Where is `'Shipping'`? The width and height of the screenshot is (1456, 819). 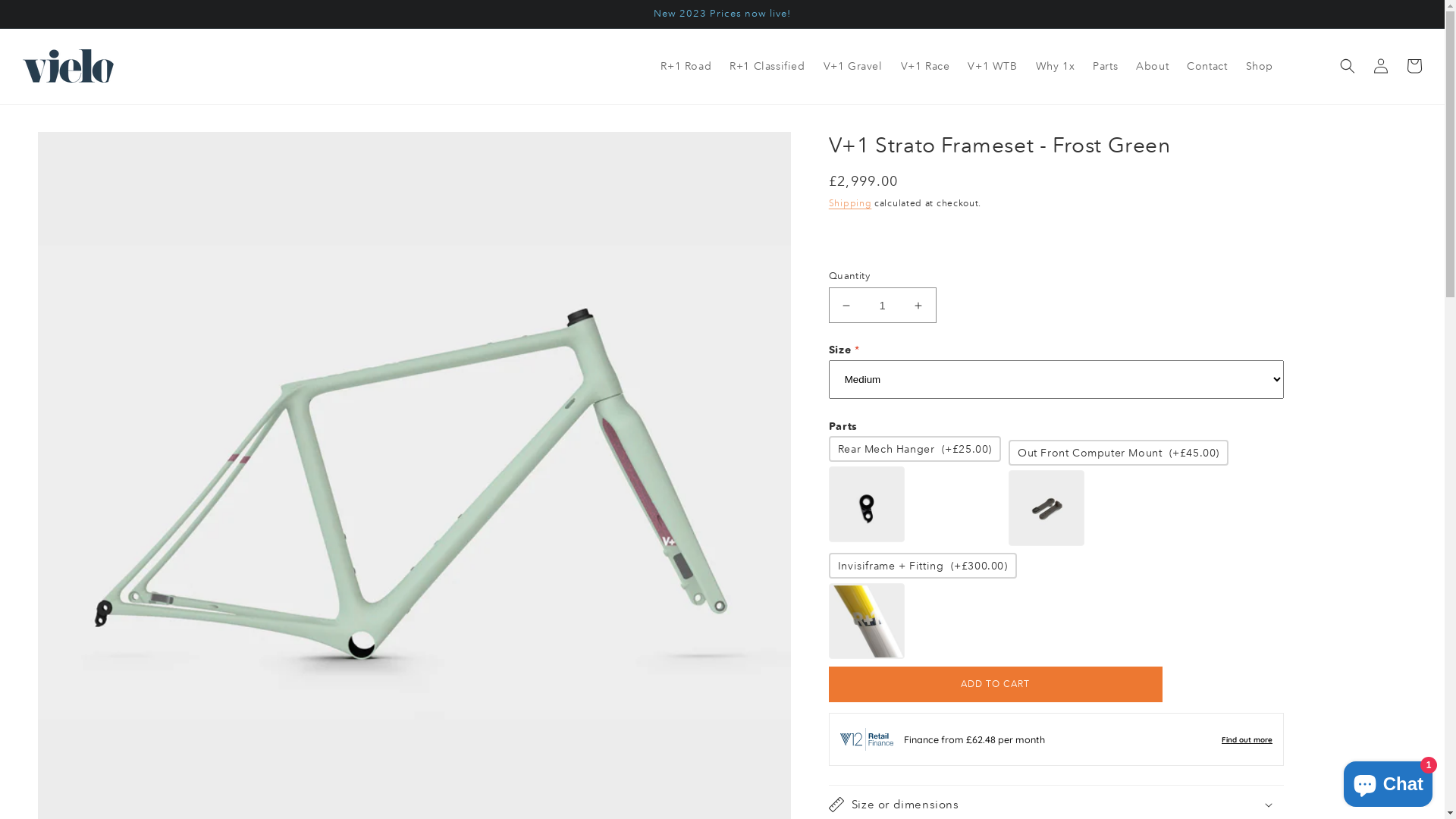
'Shipping' is located at coordinates (850, 202).